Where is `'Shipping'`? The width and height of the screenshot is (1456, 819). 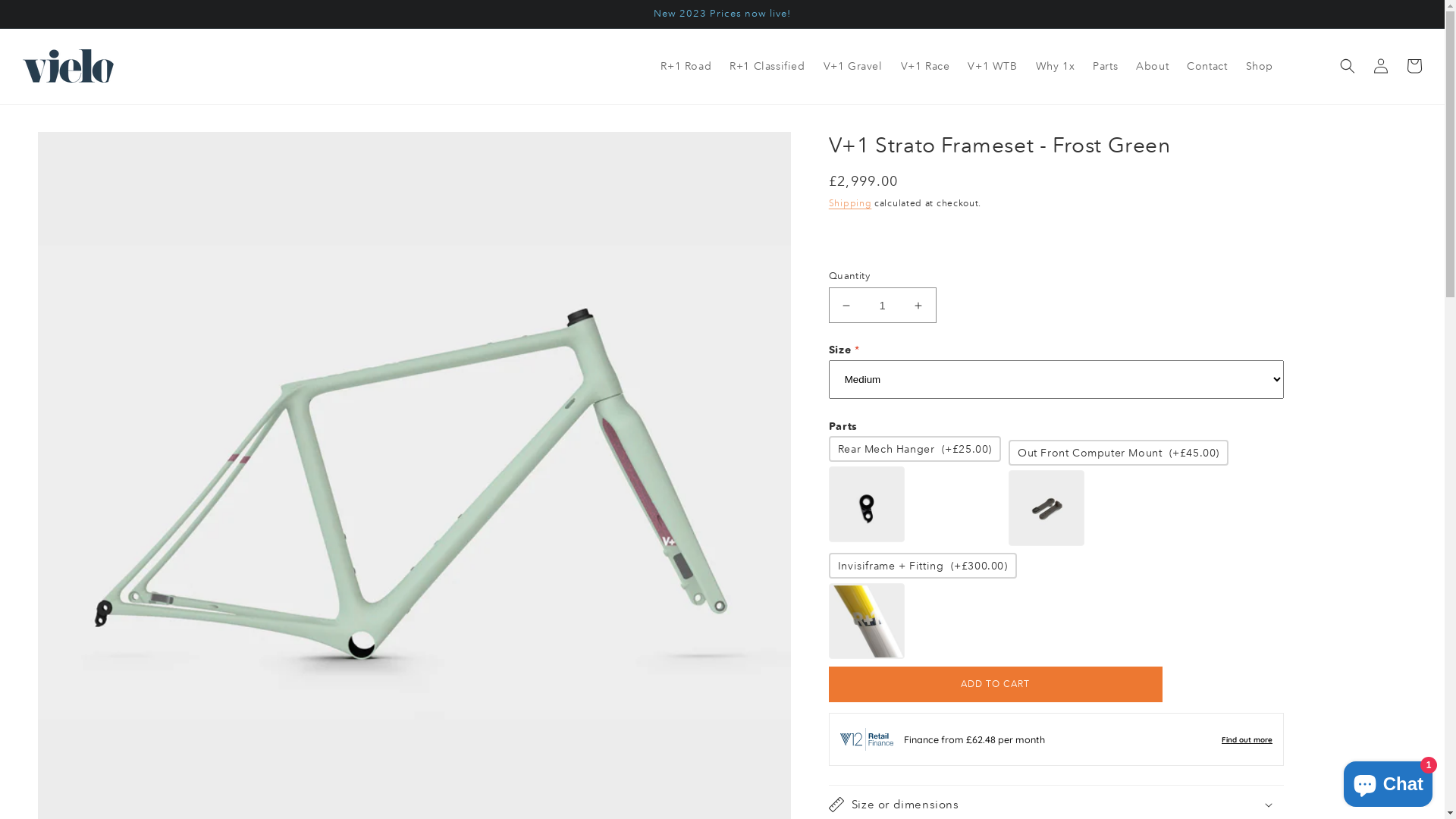
'Shipping' is located at coordinates (850, 202).